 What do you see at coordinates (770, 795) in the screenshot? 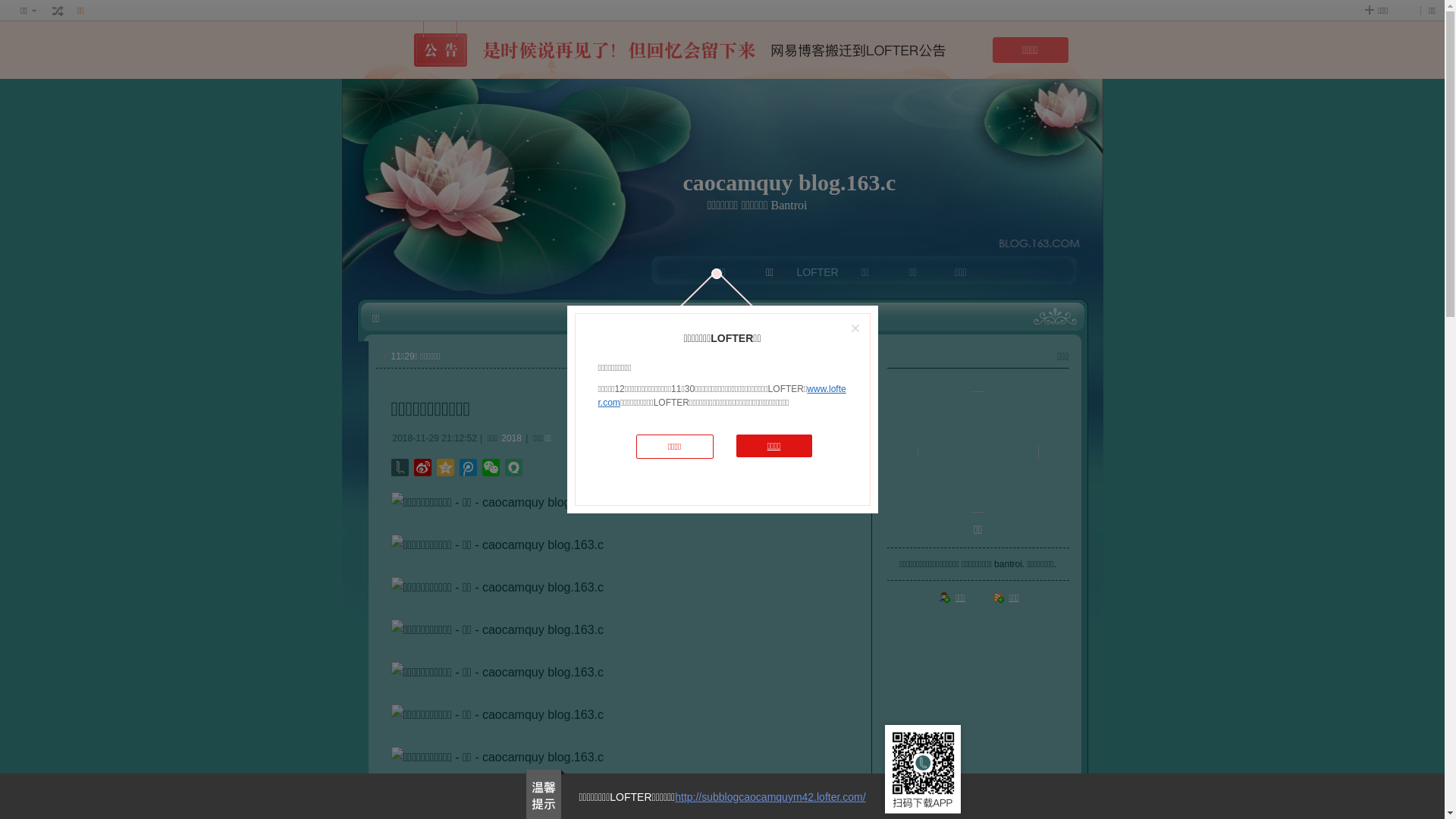
I see `'http://subblogcaocamquym42.lofter.com/'` at bounding box center [770, 795].